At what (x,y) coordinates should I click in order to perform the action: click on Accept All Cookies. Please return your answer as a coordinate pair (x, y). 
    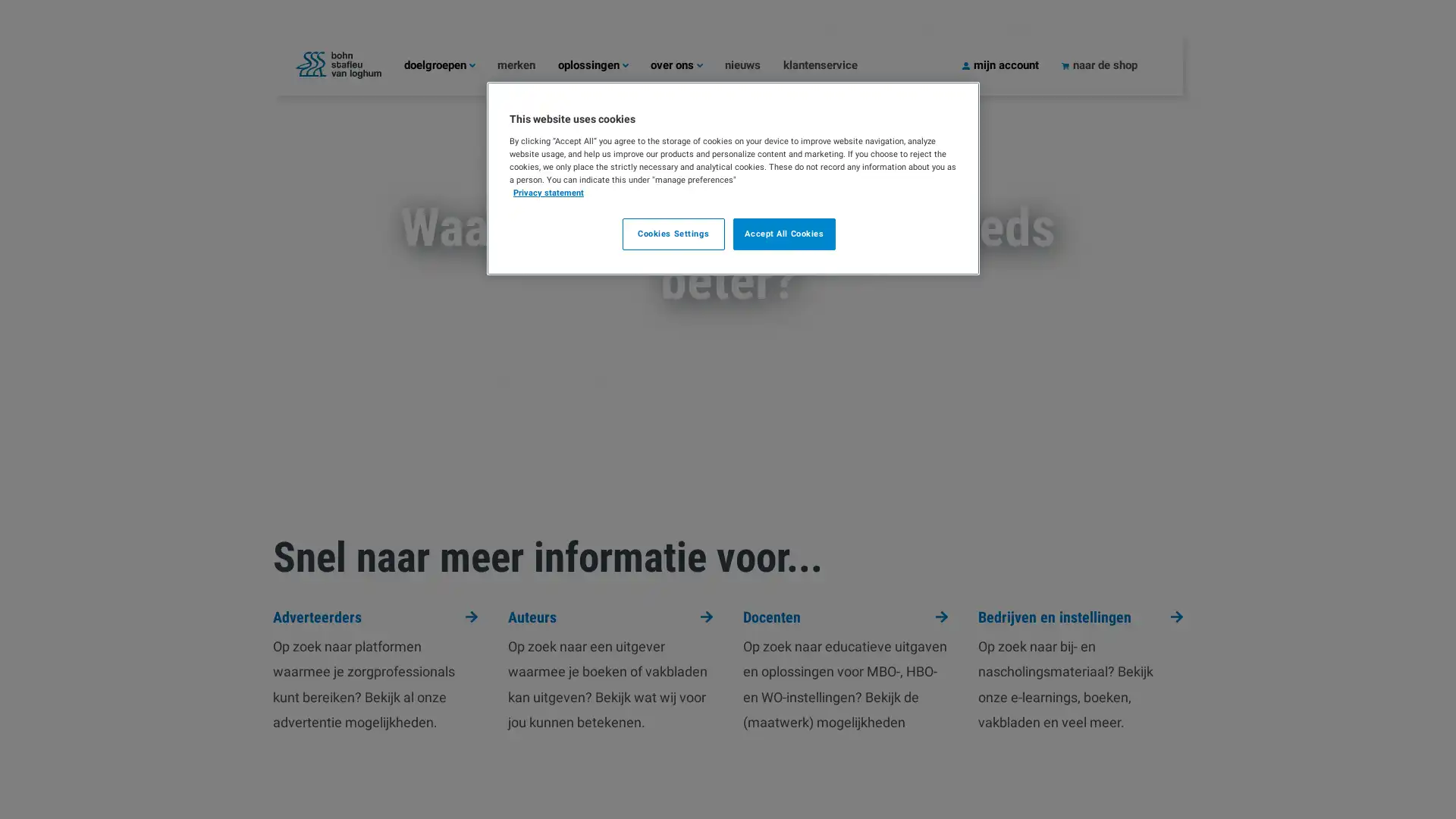
    Looking at the image, I should click on (784, 234).